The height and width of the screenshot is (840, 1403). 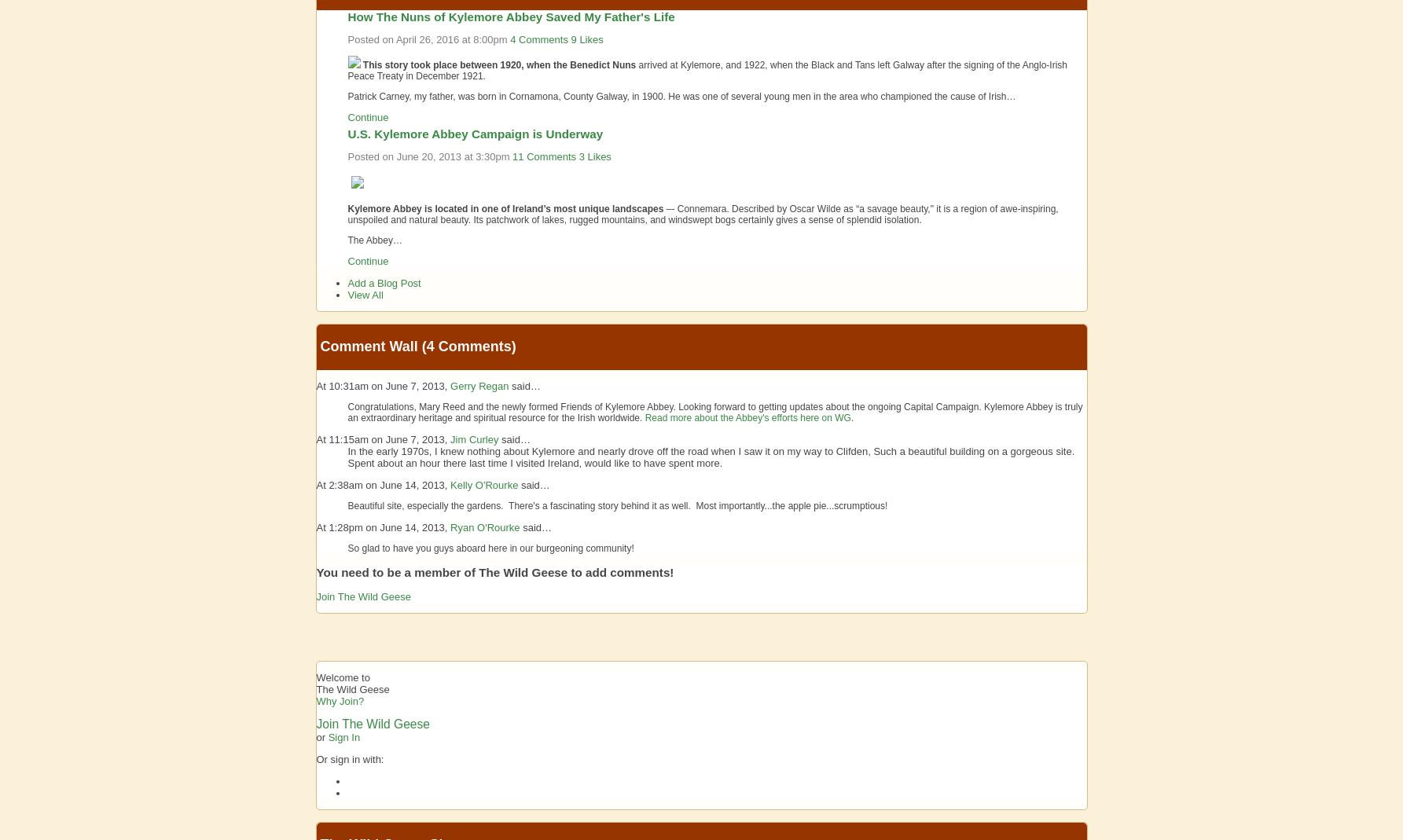 What do you see at coordinates (382, 438) in the screenshot?
I see `'At 11:15am on June 7, 2013,'` at bounding box center [382, 438].